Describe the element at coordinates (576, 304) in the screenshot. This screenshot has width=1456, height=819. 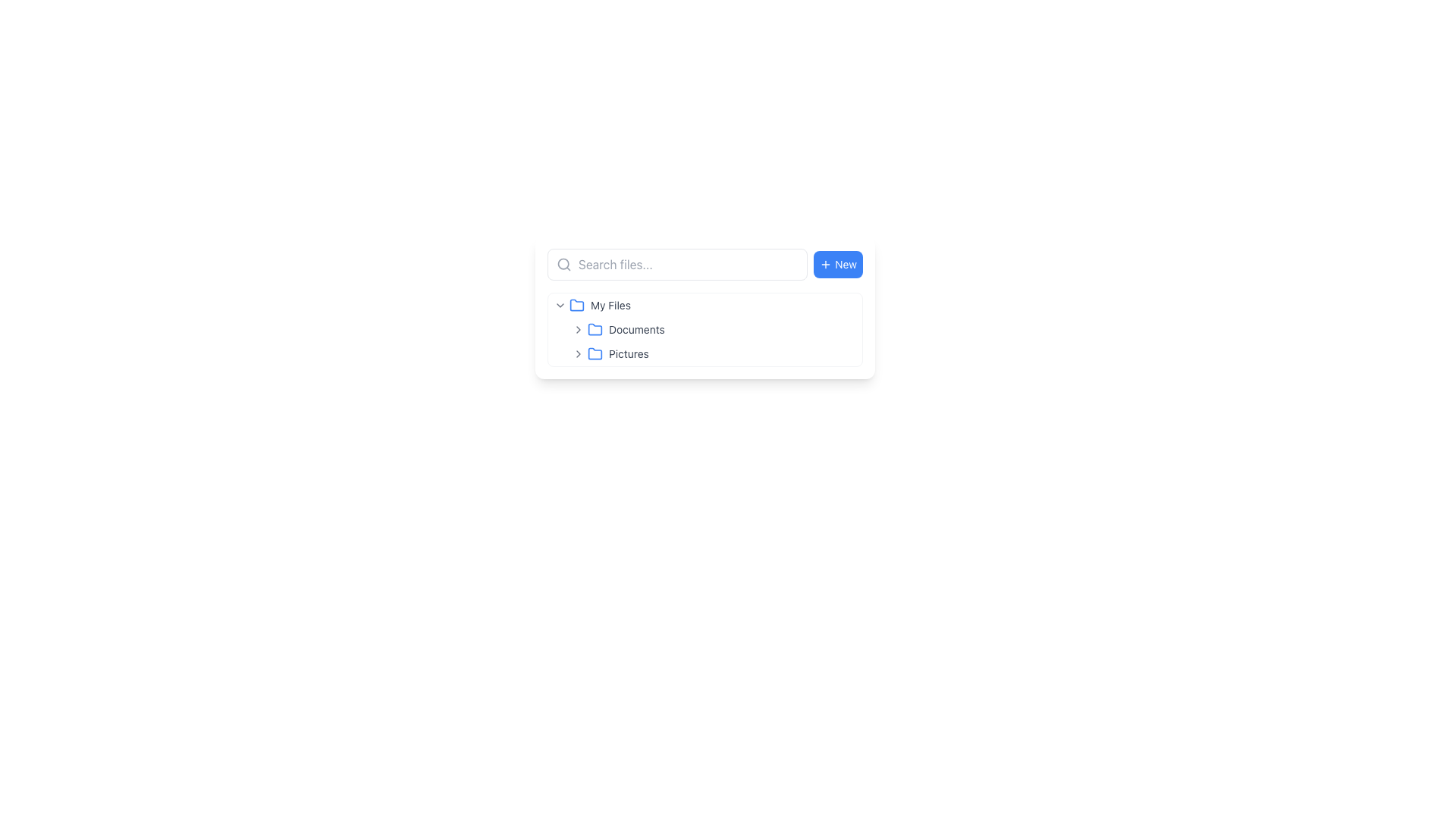
I see `the folder icon located to the left of the 'My Files' label in the file management system to interact with it` at that location.